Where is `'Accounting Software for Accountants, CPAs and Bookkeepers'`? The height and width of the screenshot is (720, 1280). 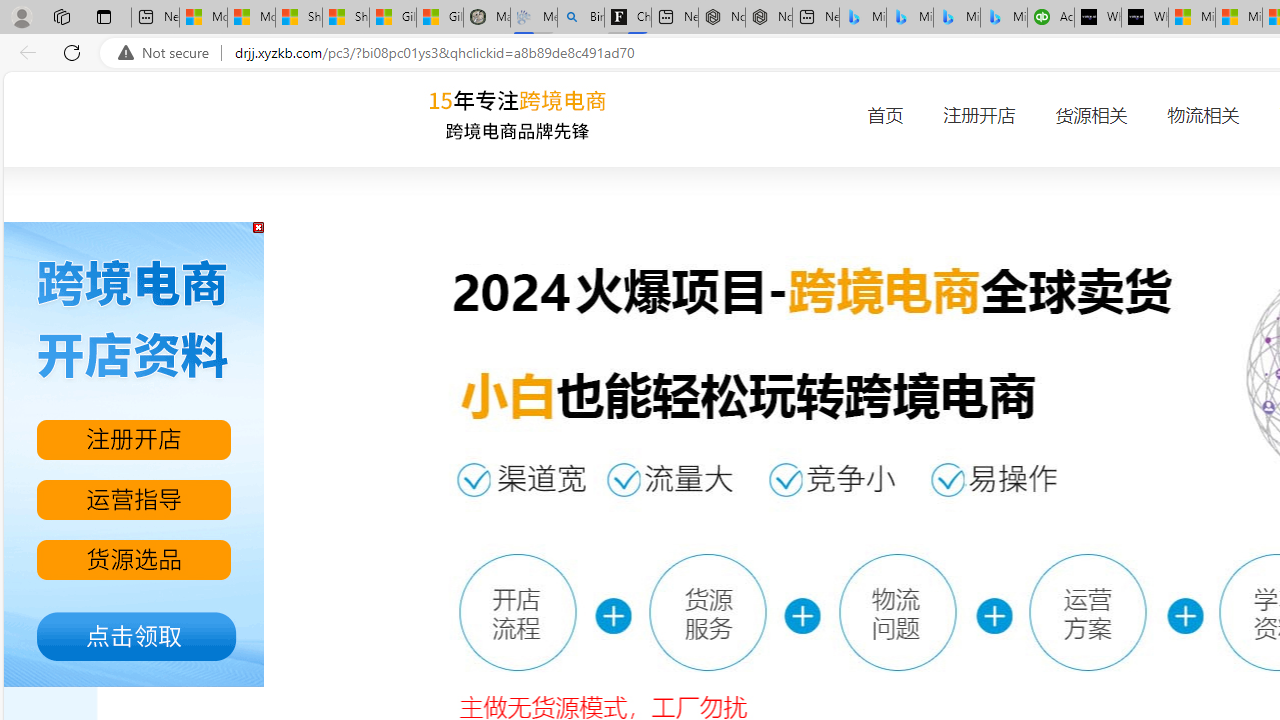 'Accounting Software for Accountants, CPAs and Bookkeepers' is located at coordinates (1049, 17).